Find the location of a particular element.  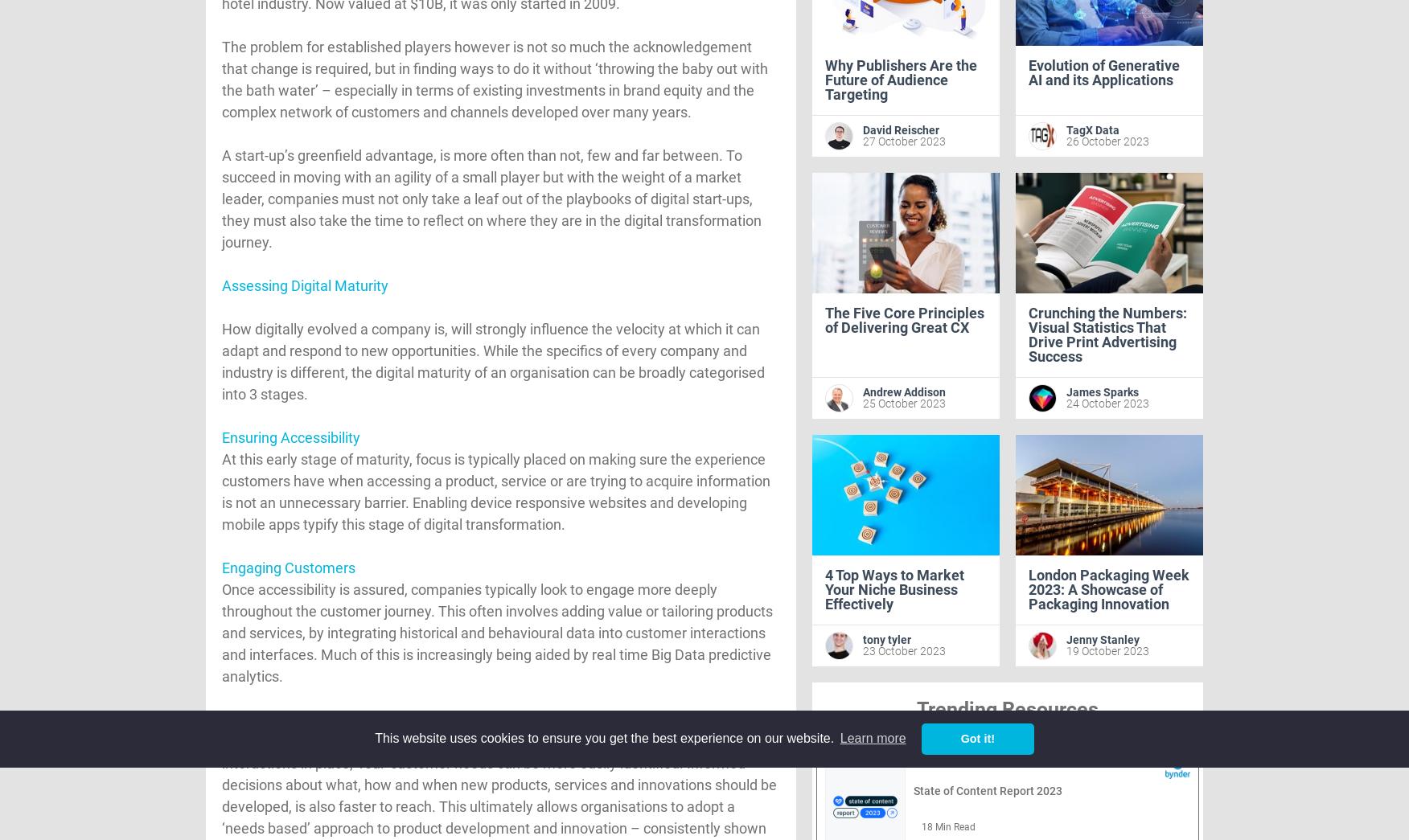

'tony tyler' is located at coordinates (886, 639).